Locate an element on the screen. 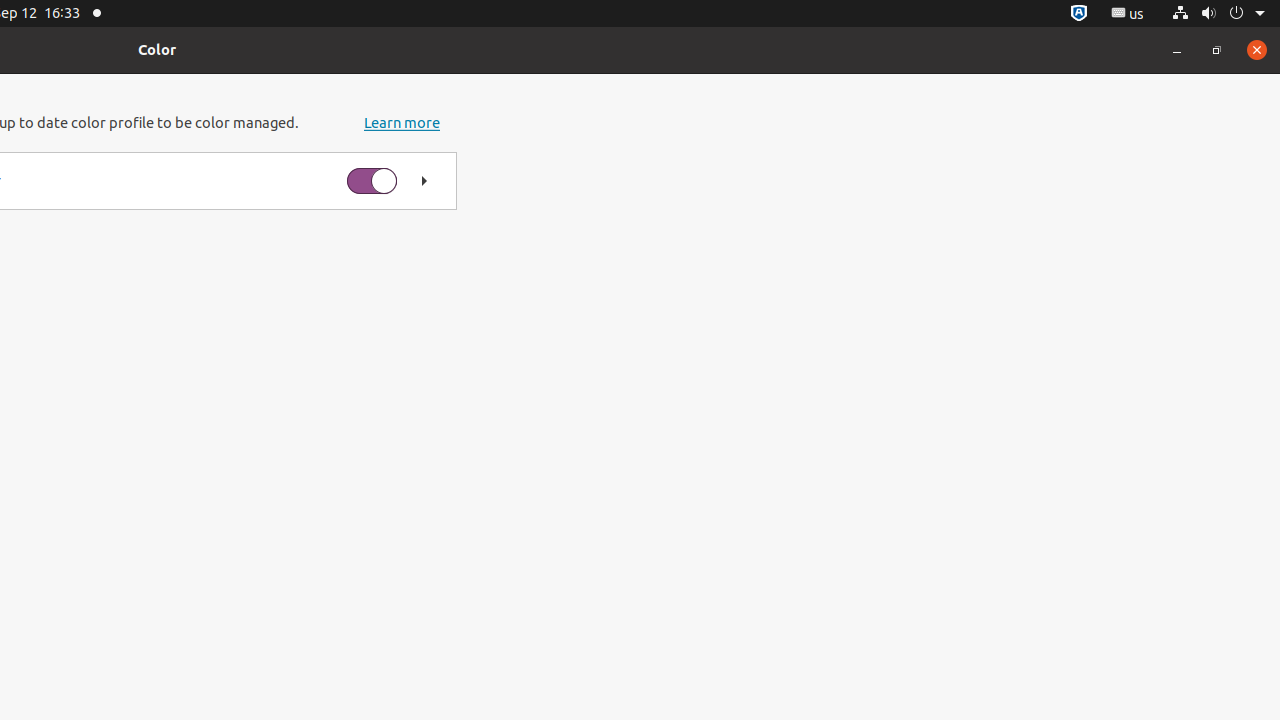  'Show color profiles for Q2790PQ Monitor' is located at coordinates (423, 181).